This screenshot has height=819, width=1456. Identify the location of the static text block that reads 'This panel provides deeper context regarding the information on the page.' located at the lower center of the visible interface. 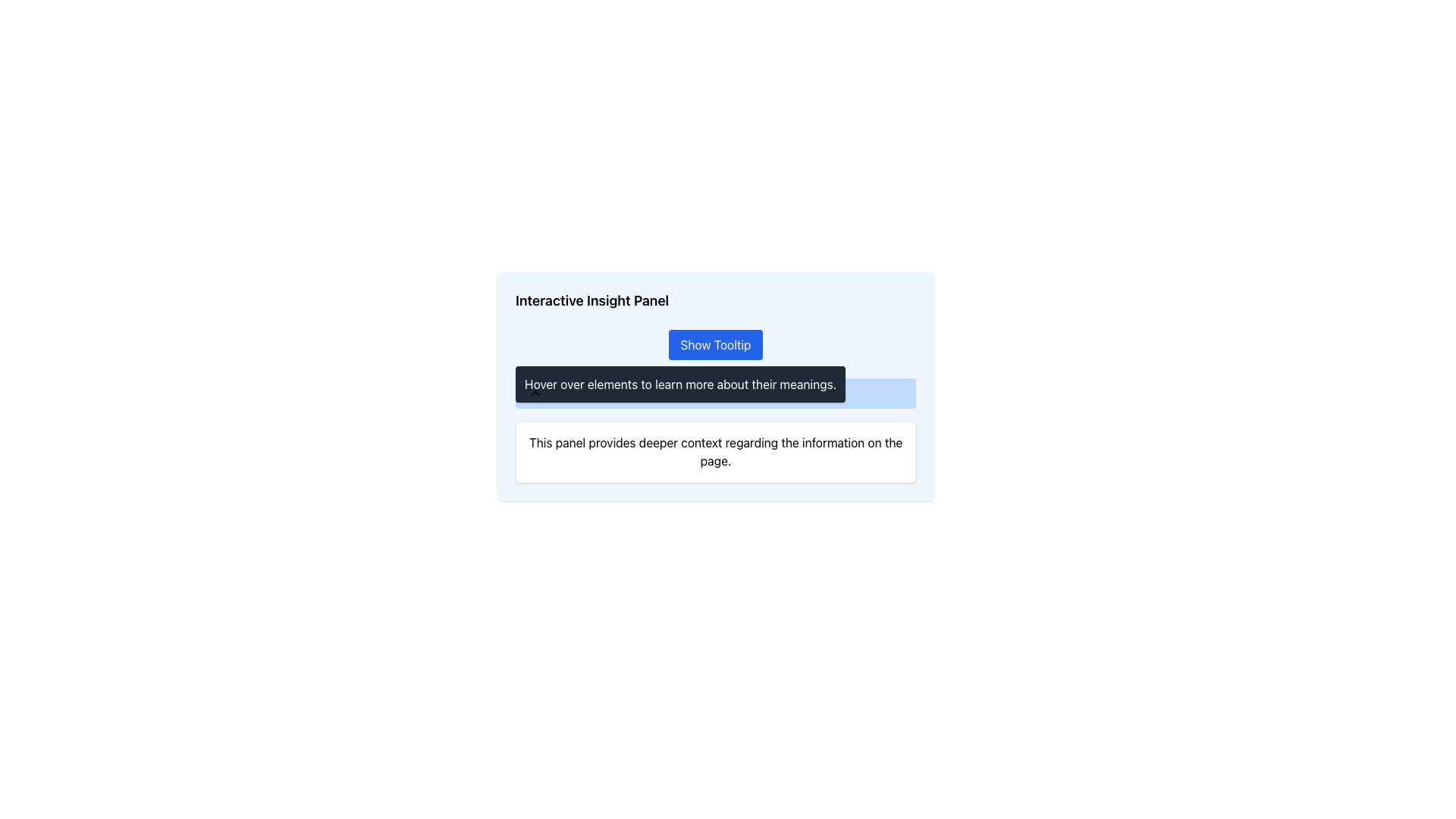
(715, 451).